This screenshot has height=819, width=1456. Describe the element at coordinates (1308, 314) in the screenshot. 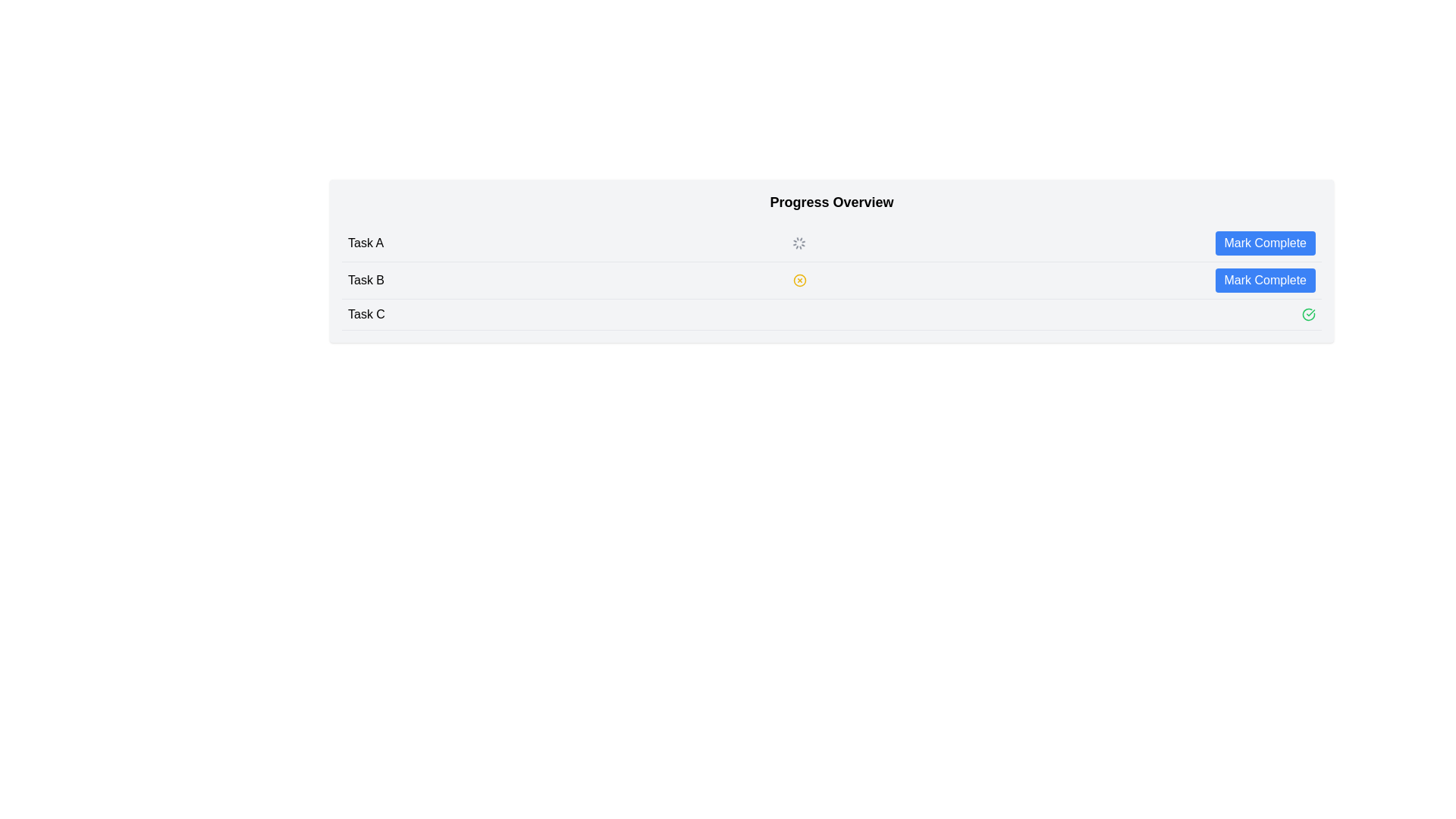

I see `the status indicator icon located to the far right of the 'Task C' row in the task layout` at that location.